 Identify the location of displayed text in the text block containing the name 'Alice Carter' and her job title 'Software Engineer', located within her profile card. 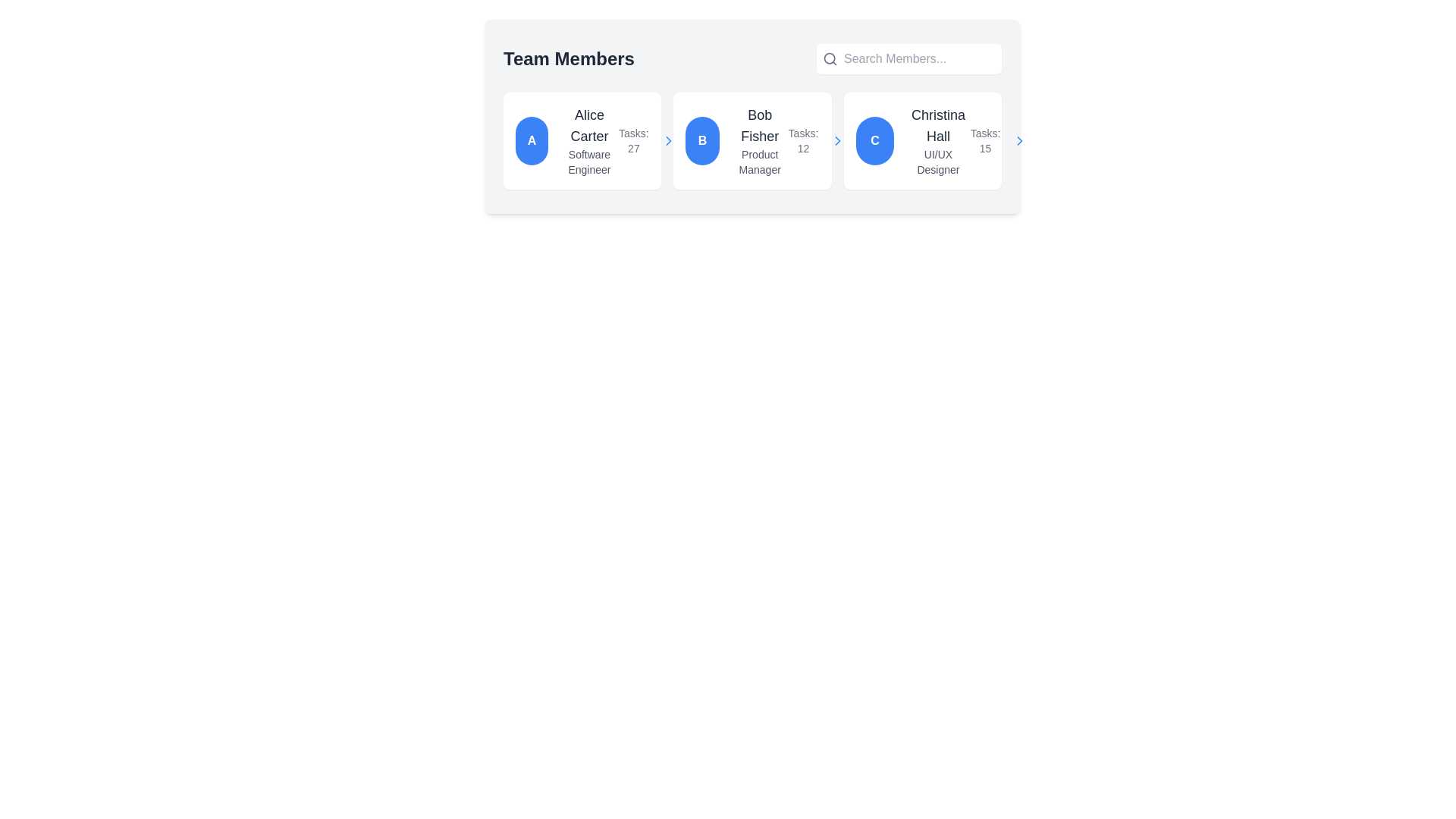
(588, 140).